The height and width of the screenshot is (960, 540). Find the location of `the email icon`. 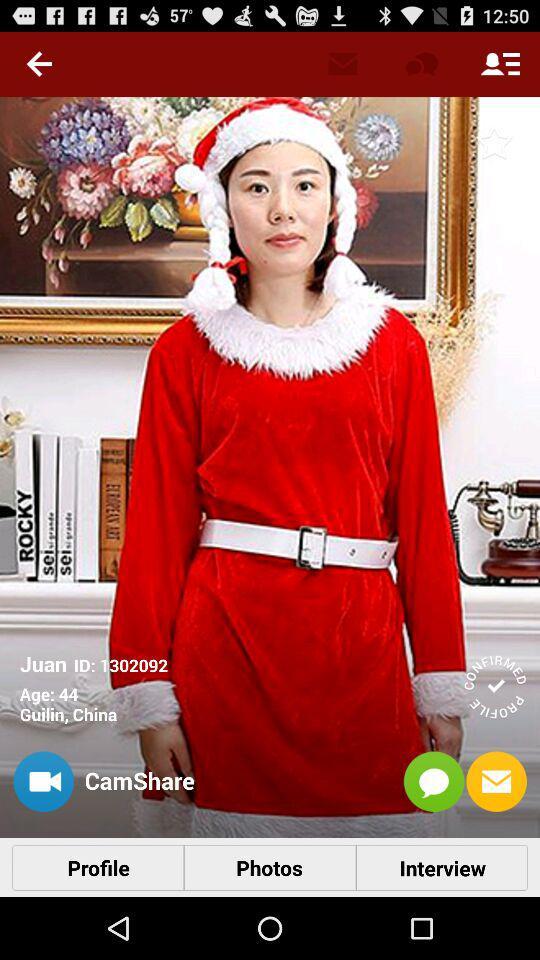

the email icon is located at coordinates (495, 836).